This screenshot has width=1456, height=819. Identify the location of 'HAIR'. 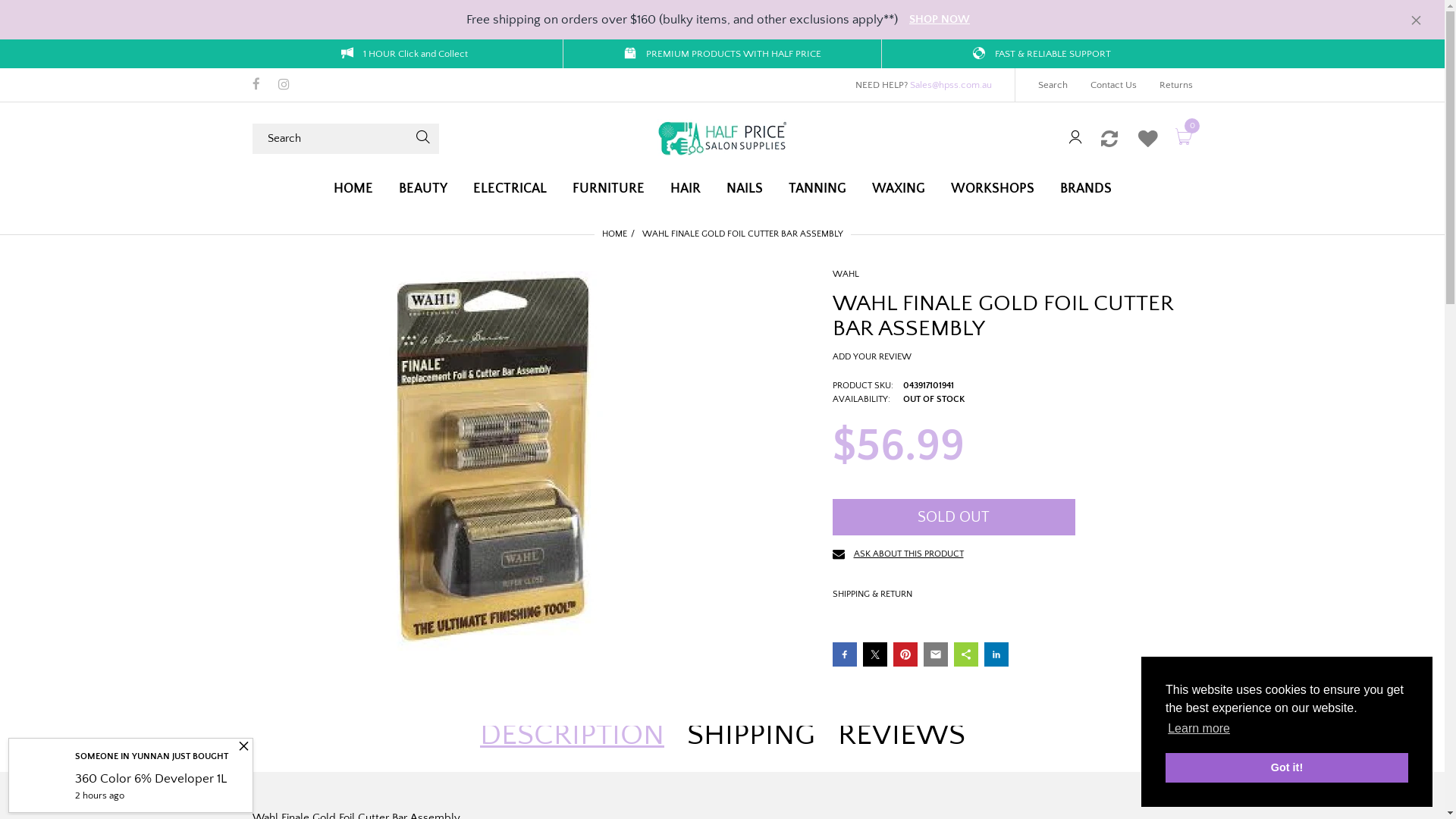
(684, 188).